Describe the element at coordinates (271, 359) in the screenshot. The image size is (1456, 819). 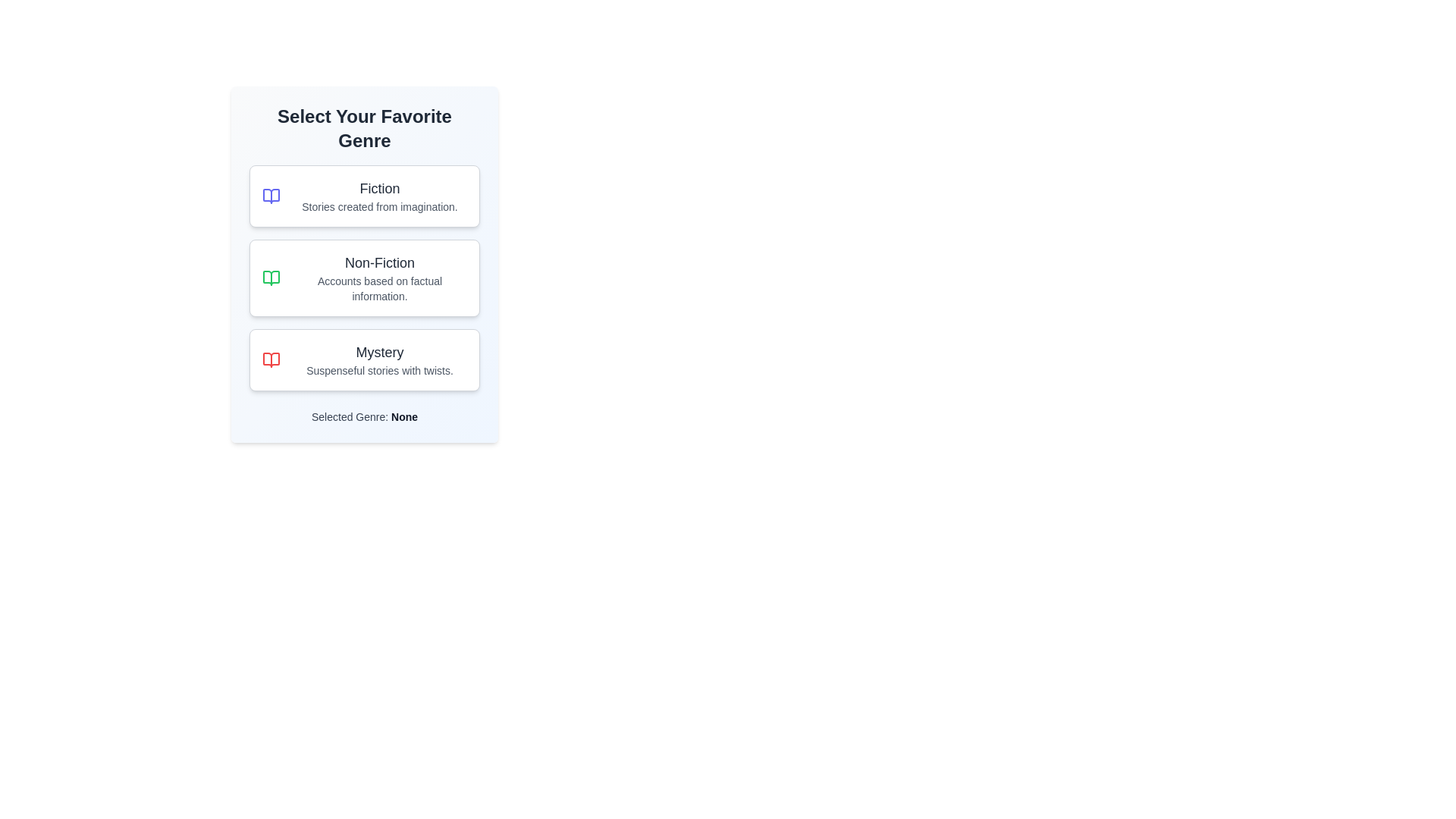
I see `the red open book icon located on the left side of the 'Mystery' button in the vertical menu of options` at that location.